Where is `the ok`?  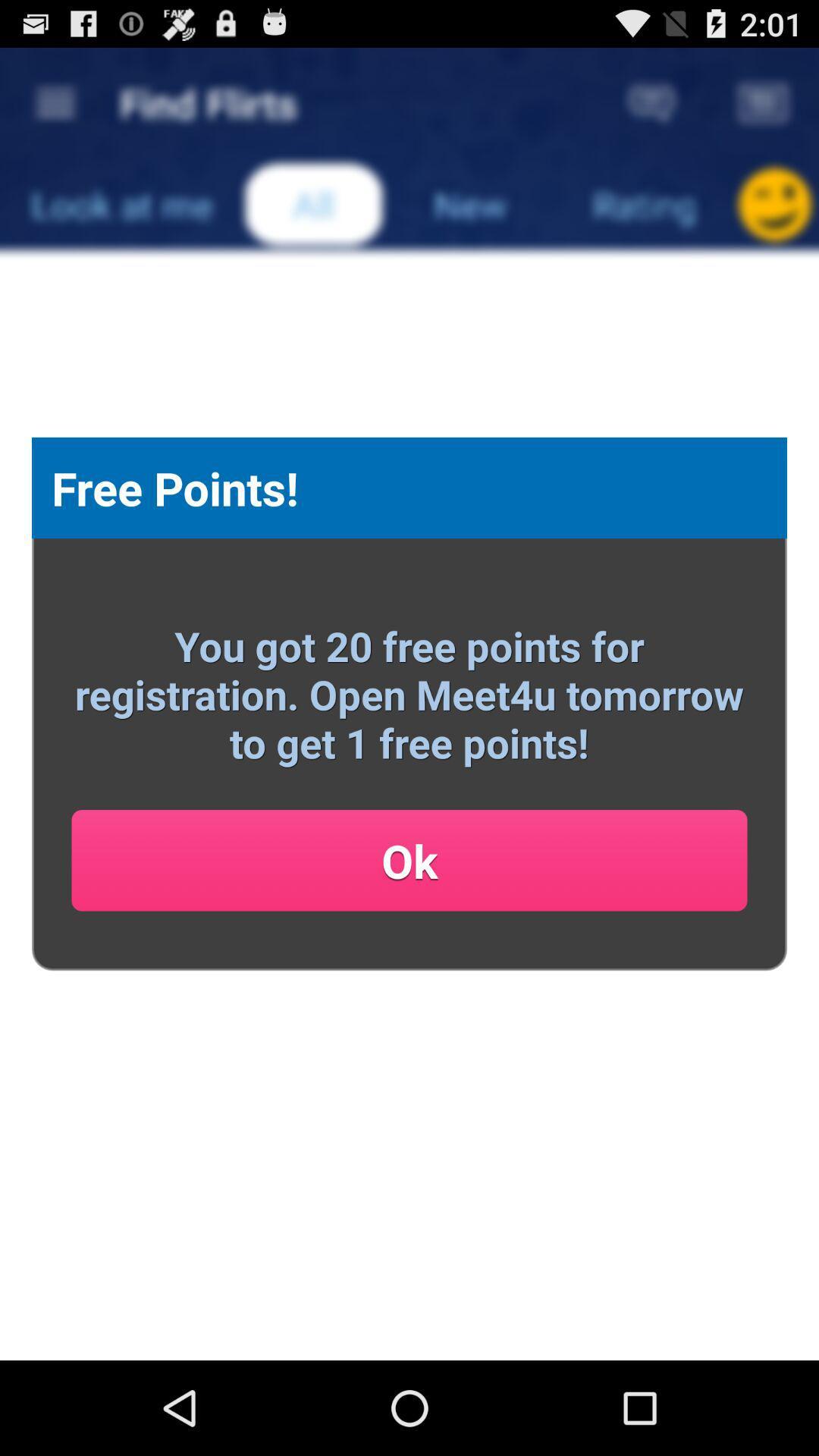 the ok is located at coordinates (409, 860).